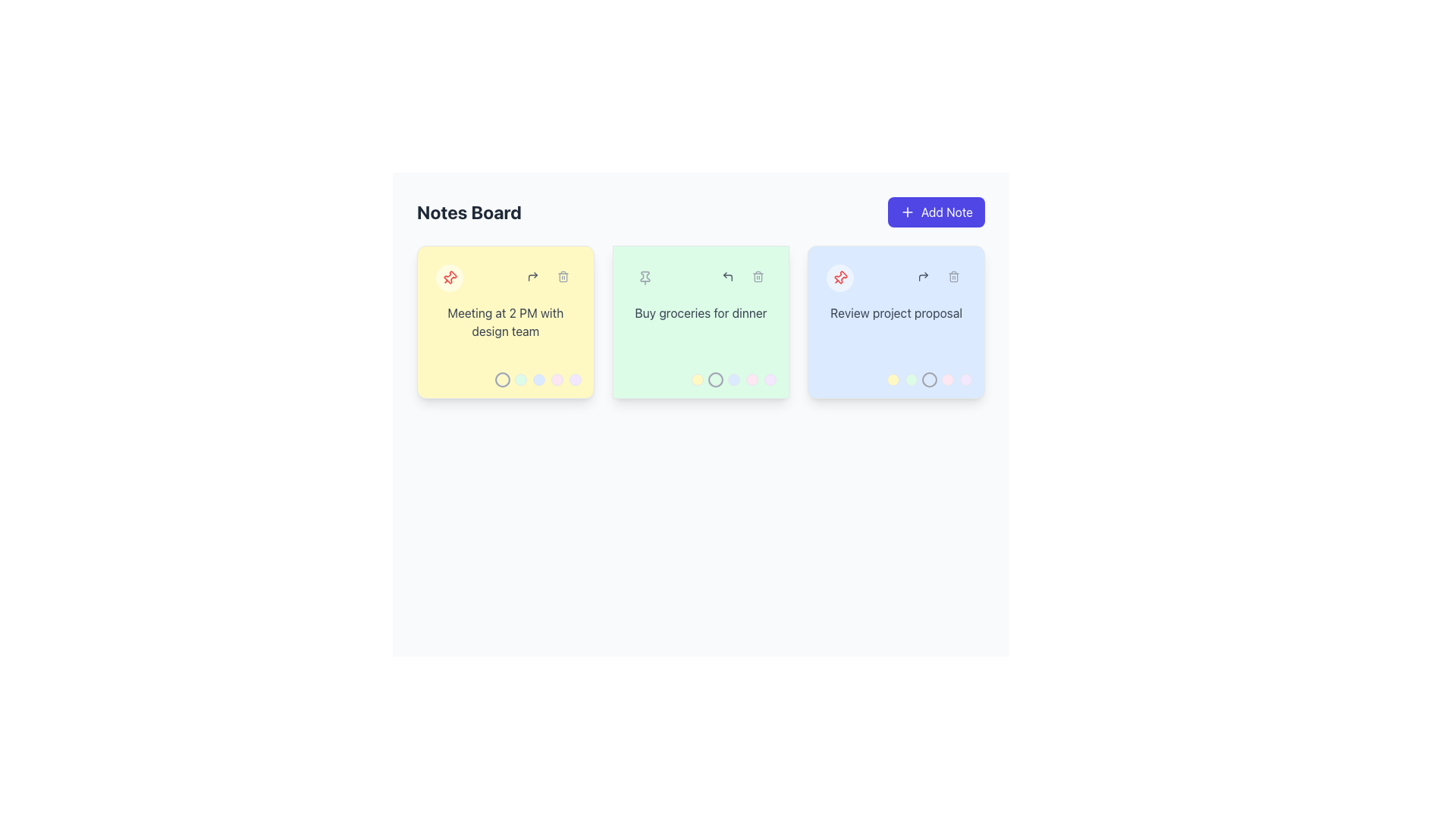 The image size is (1456, 819). What do you see at coordinates (839, 278) in the screenshot?
I see `the pin icon button located at the top-left corner of the blue note card titled 'Review project proposal'` at bounding box center [839, 278].